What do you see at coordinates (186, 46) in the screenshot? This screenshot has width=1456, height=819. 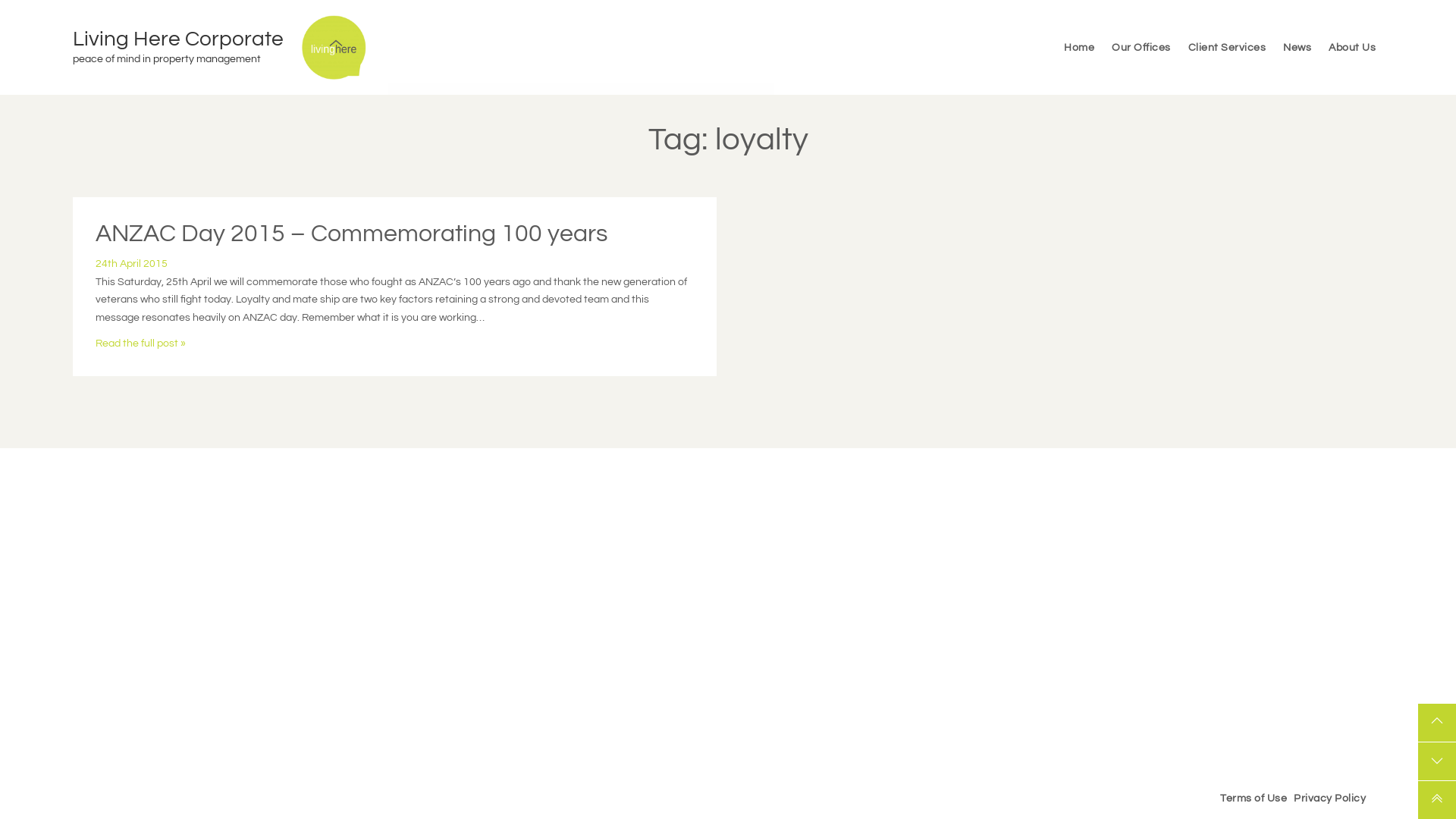 I see `'Living Here Corporate` at bounding box center [186, 46].